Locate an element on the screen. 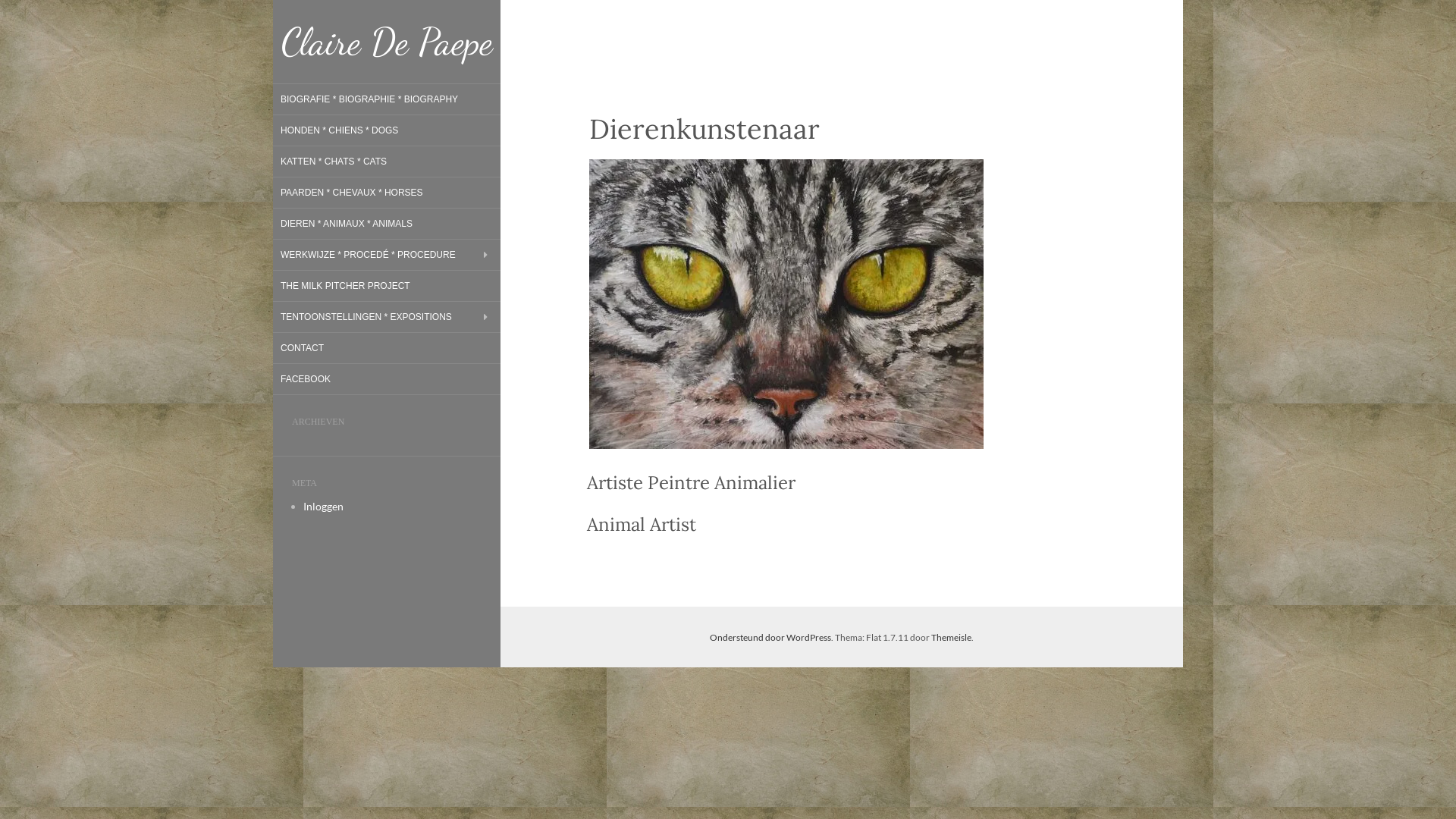 Image resolution: width=1456 pixels, height=819 pixels. 'PAARDEN * CHEVAUX * HORSES' is located at coordinates (351, 192).